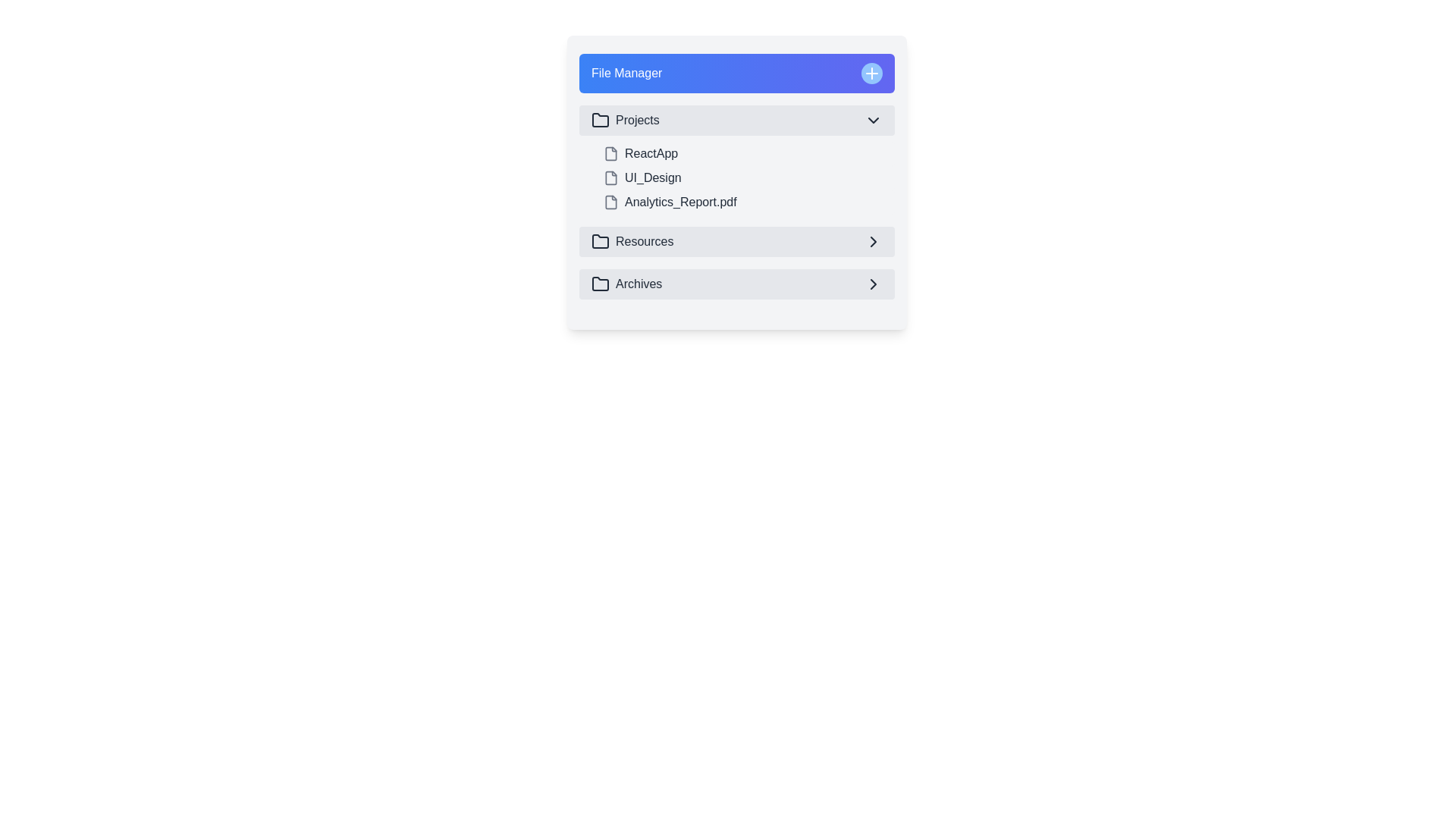  Describe the element at coordinates (626, 284) in the screenshot. I see `the 'Archives' label with a folder icon in the collapsible menu of the file manager interface` at that location.